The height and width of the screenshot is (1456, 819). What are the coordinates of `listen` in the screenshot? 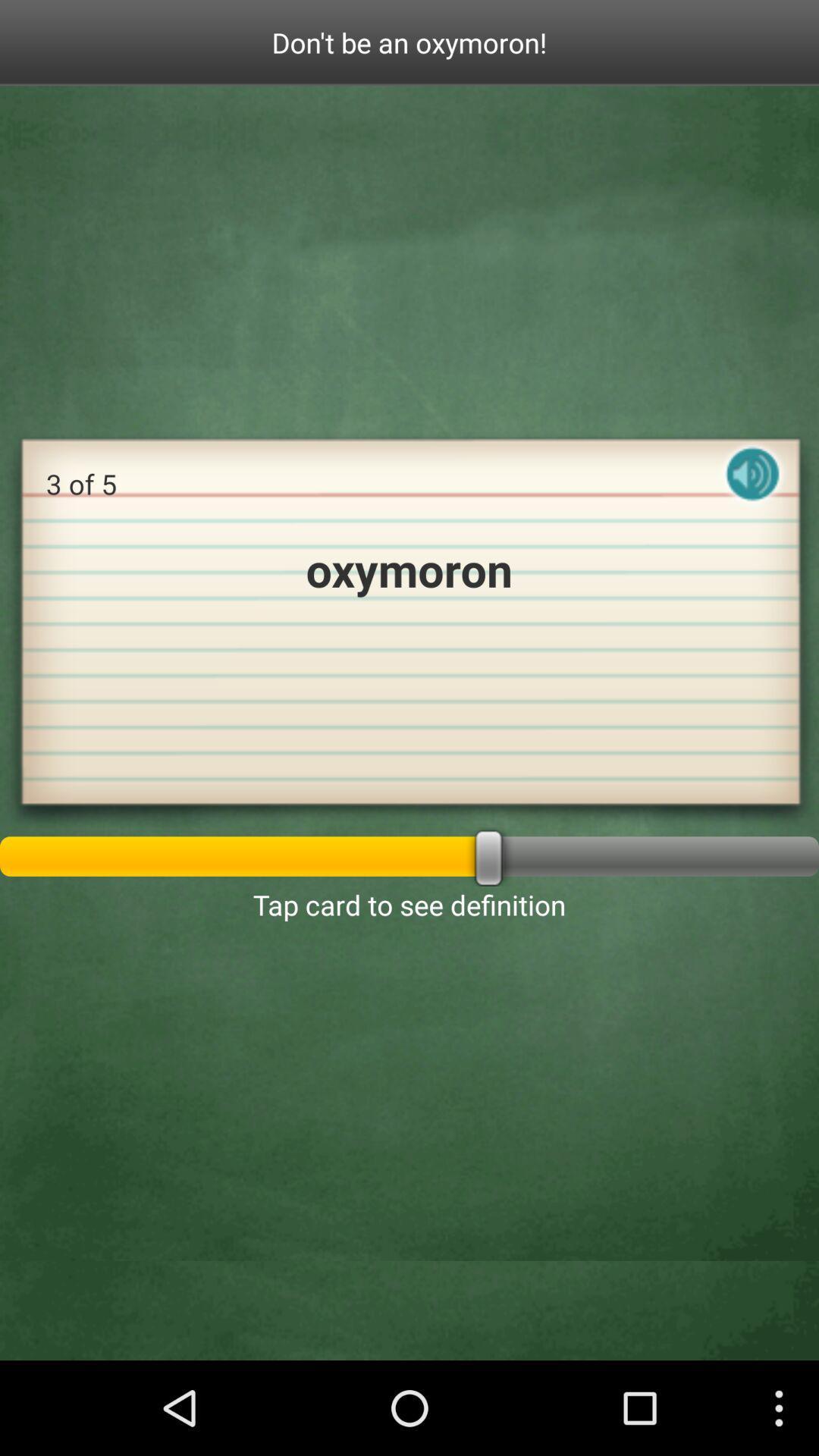 It's located at (752, 487).